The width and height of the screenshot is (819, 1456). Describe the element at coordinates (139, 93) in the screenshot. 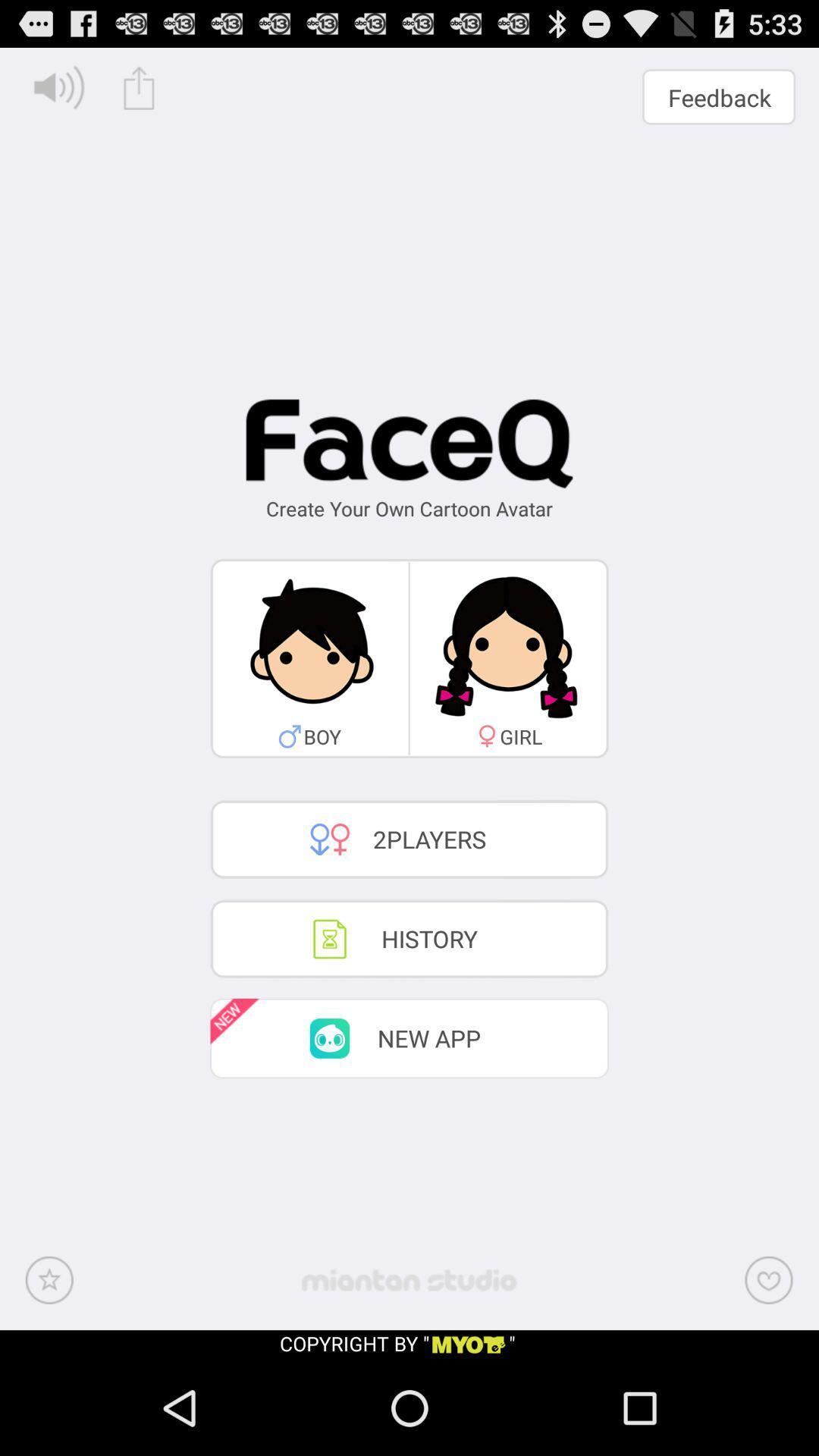

I see `the launch icon` at that location.